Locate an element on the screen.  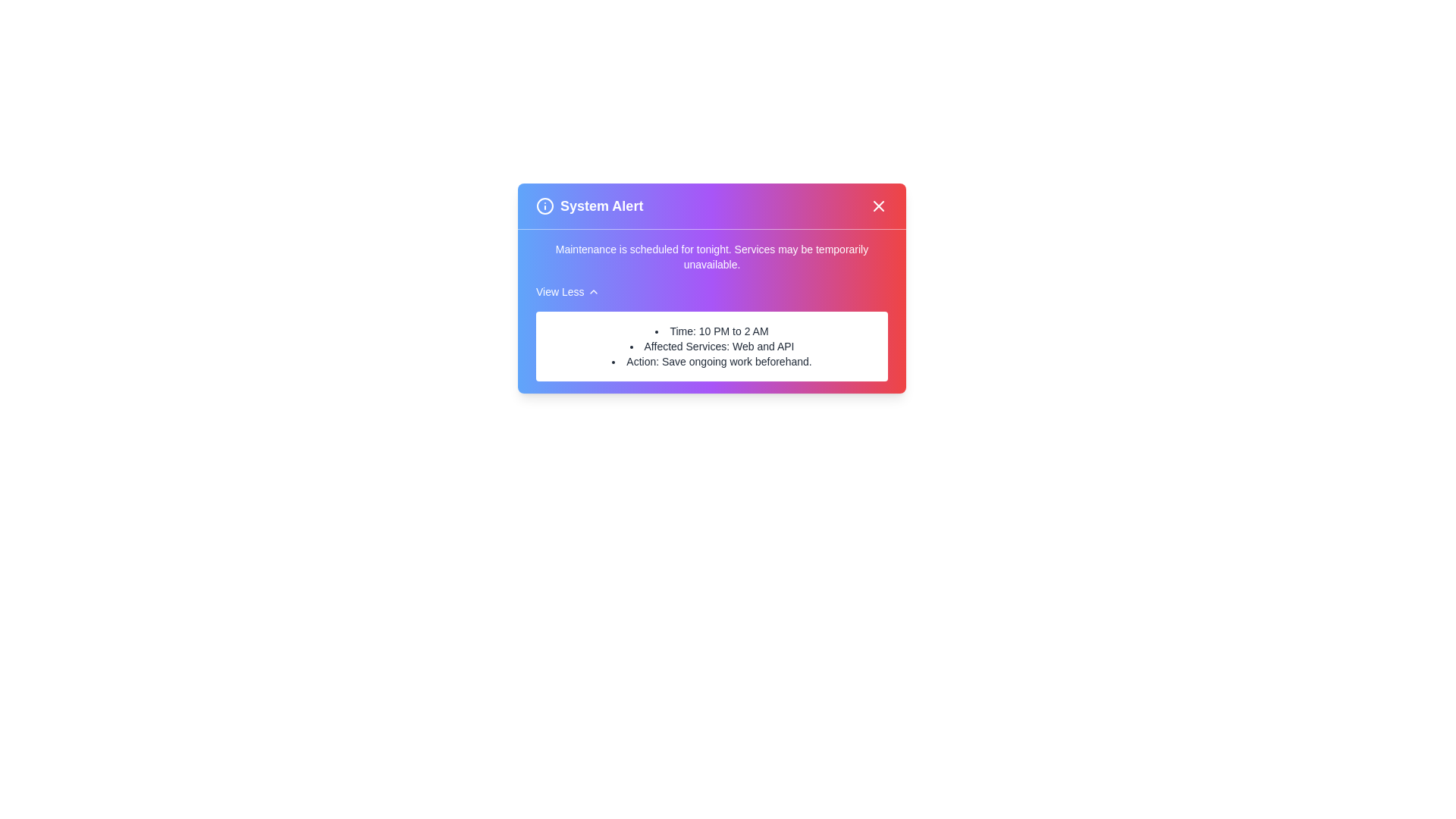
the close button to dismiss the alert is located at coordinates (878, 206).